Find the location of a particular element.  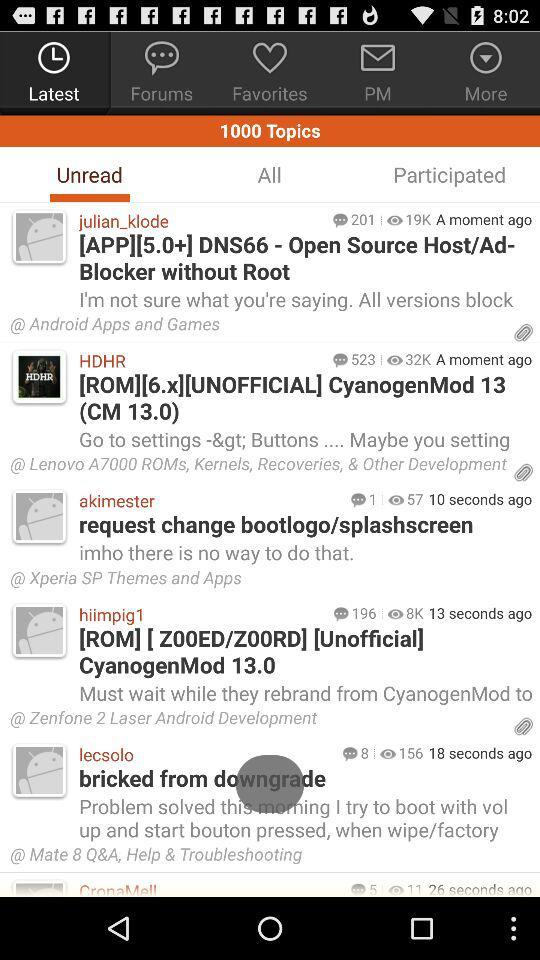

item below 1000 topics is located at coordinates (88, 173).